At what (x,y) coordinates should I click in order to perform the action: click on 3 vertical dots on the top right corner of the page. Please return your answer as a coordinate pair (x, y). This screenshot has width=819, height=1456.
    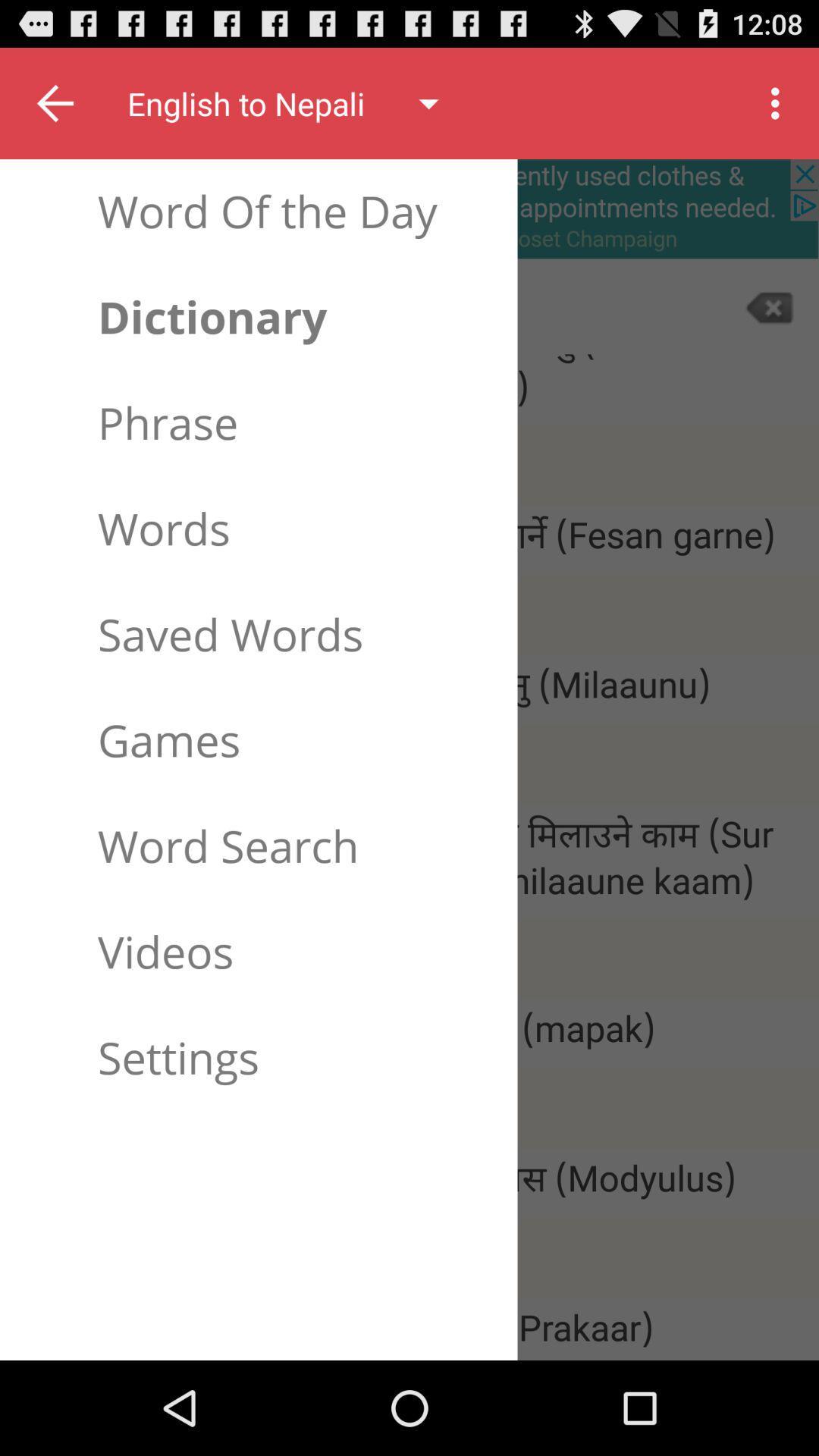
    Looking at the image, I should click on (779, 103).